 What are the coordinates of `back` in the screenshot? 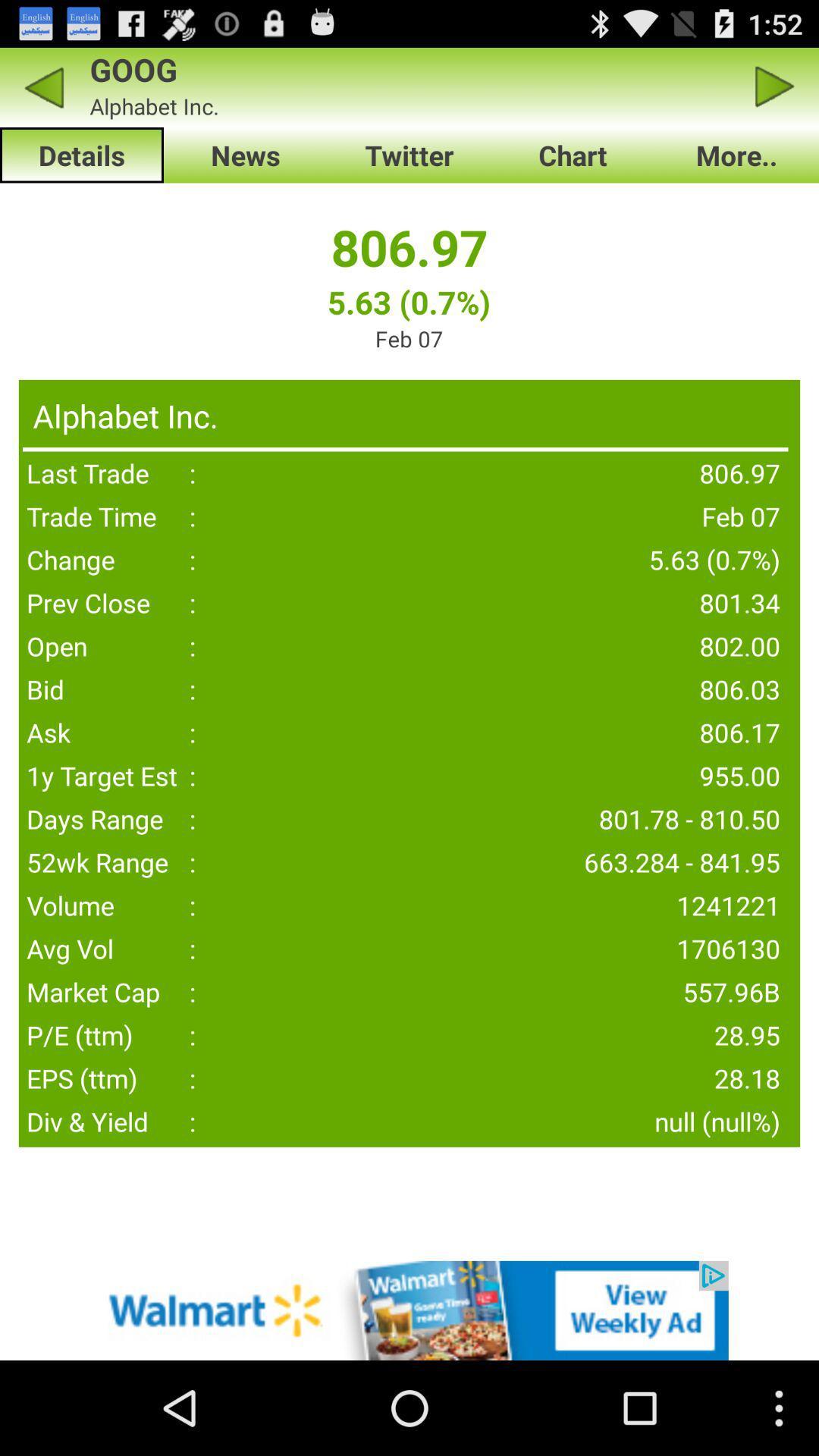 It's located at (42, 86).